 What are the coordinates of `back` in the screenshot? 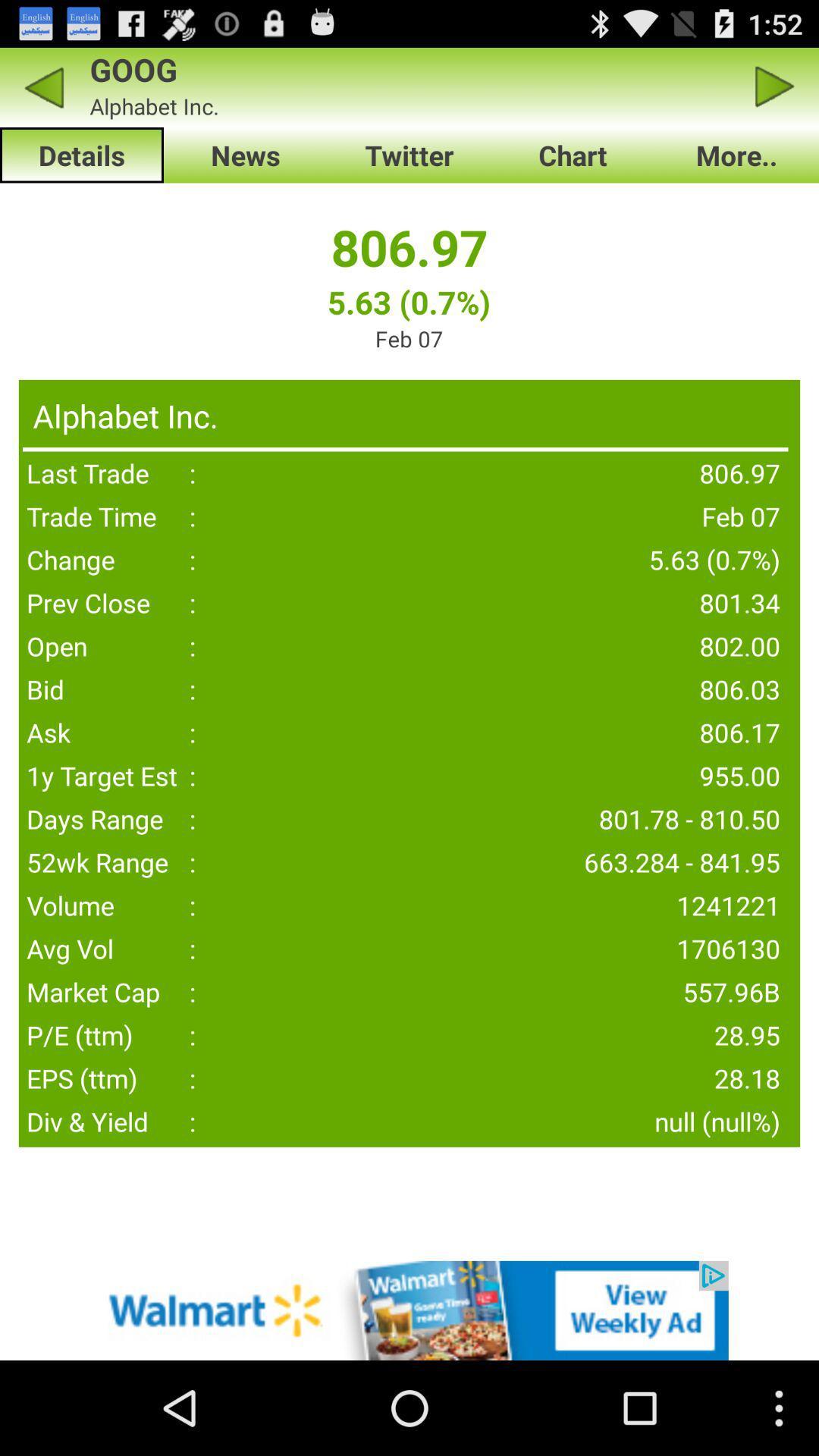 It's located at (42, 86).